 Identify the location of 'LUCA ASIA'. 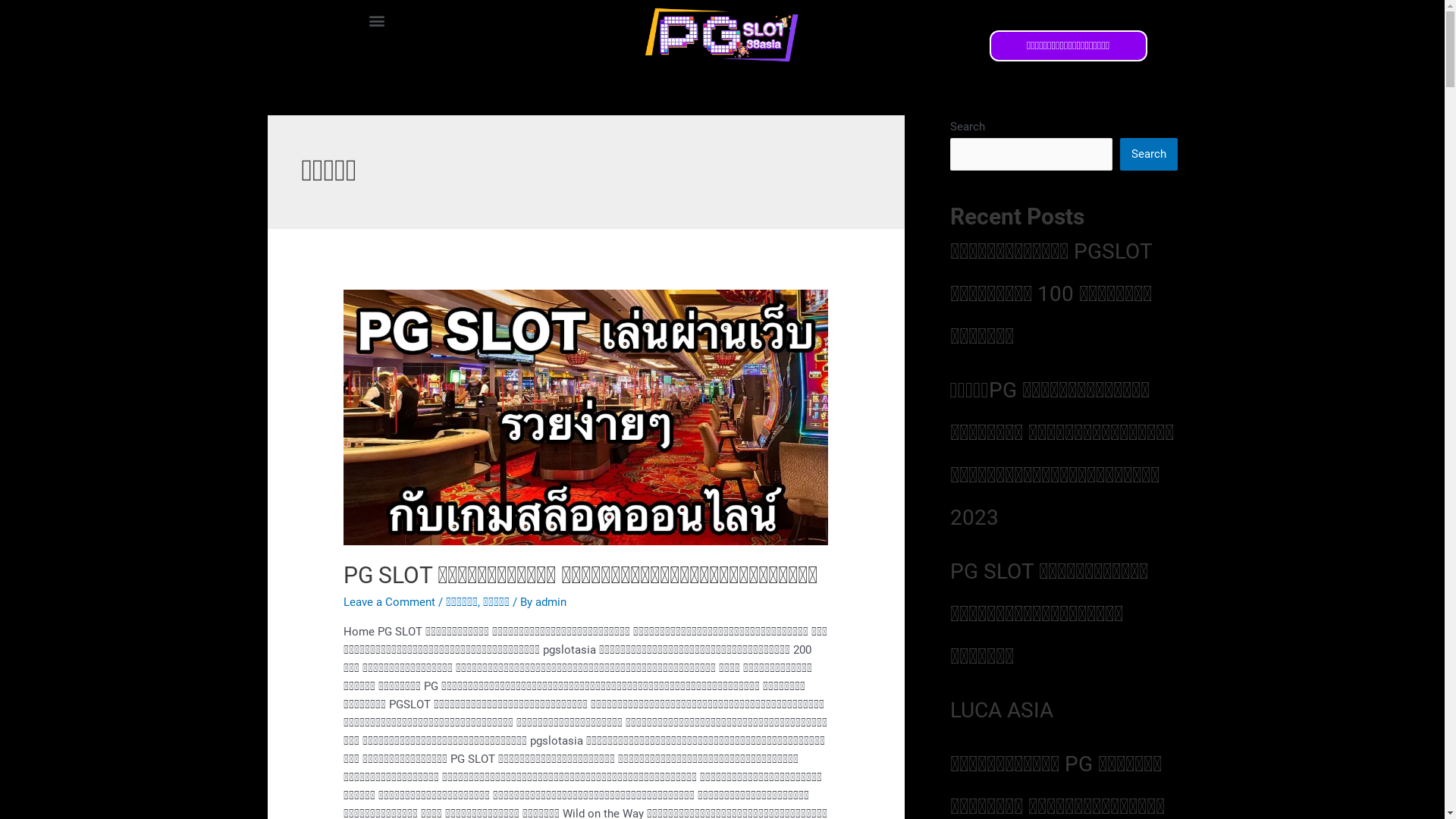
(1001, 710).